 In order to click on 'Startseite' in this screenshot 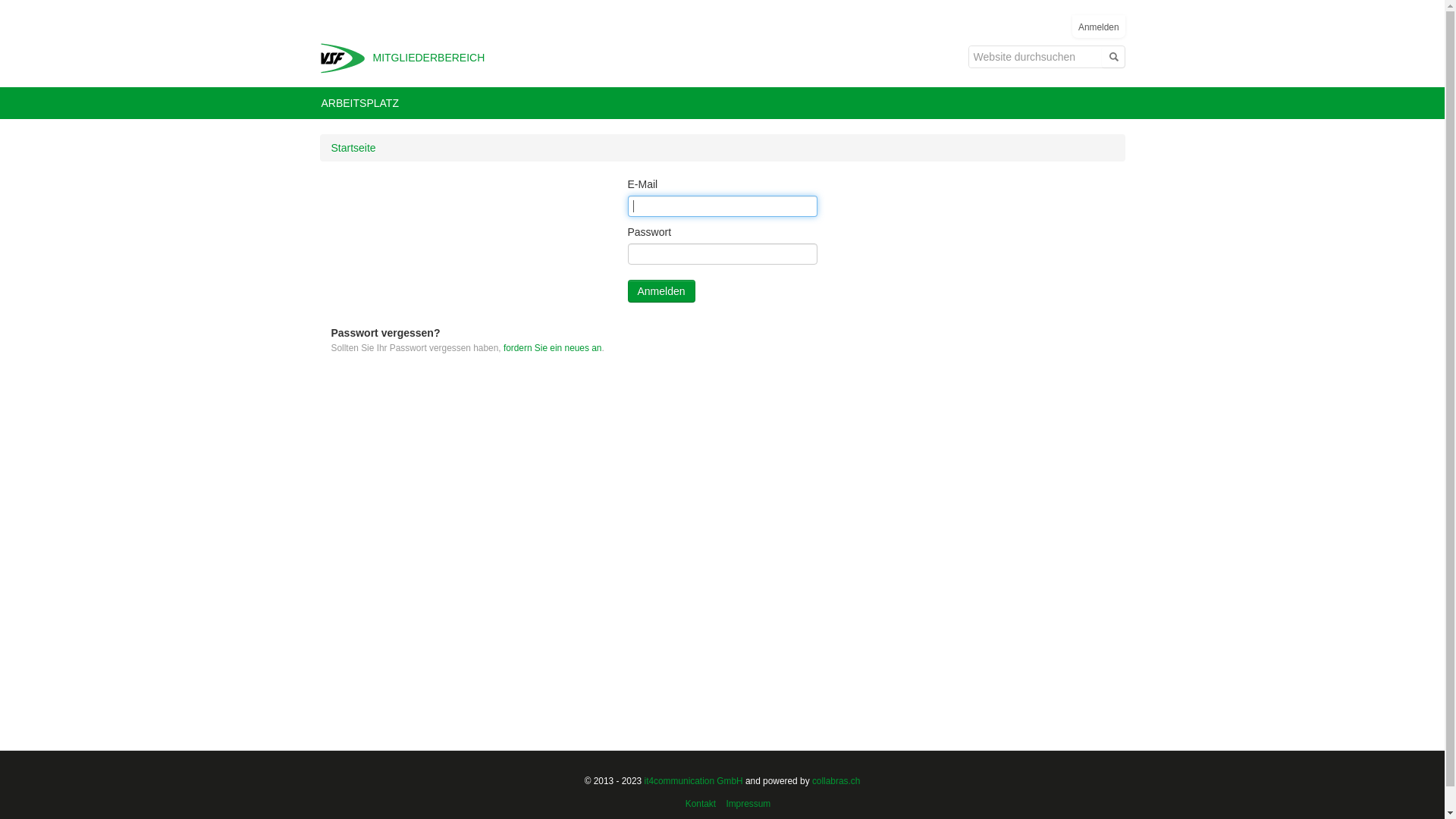, I will do `click(352, 148)`.